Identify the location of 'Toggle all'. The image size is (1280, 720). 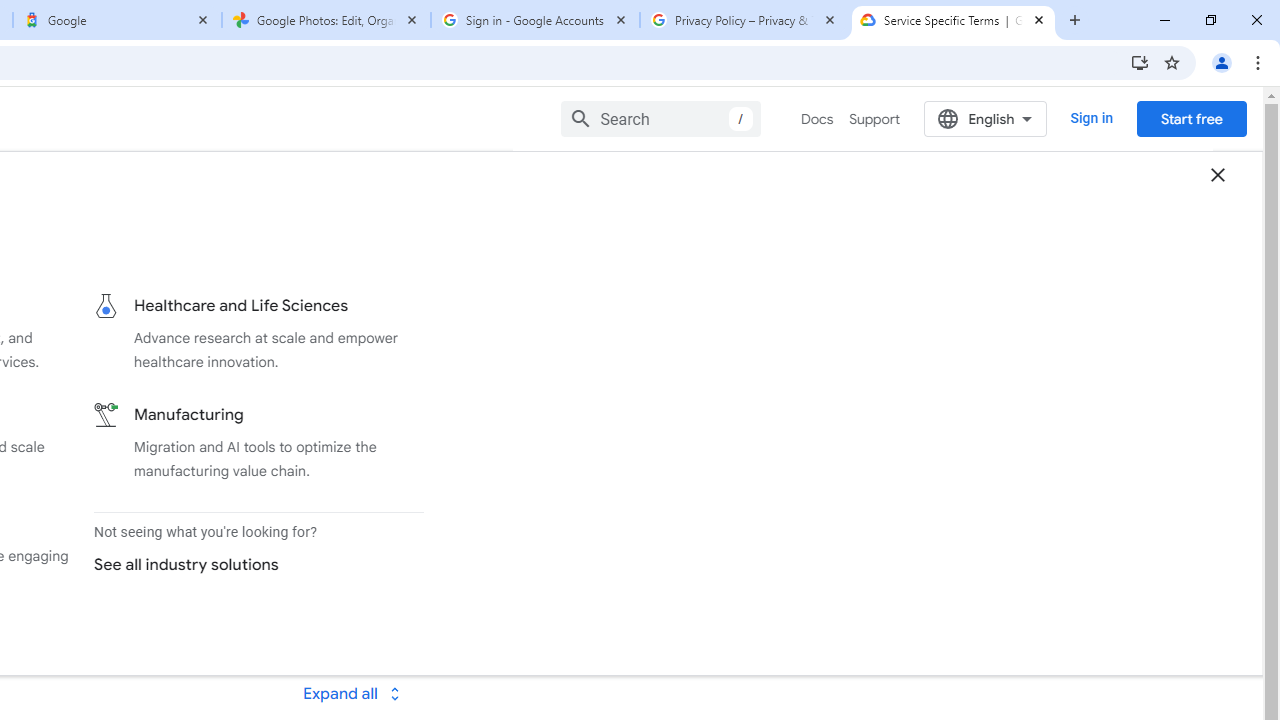
(351, 692).